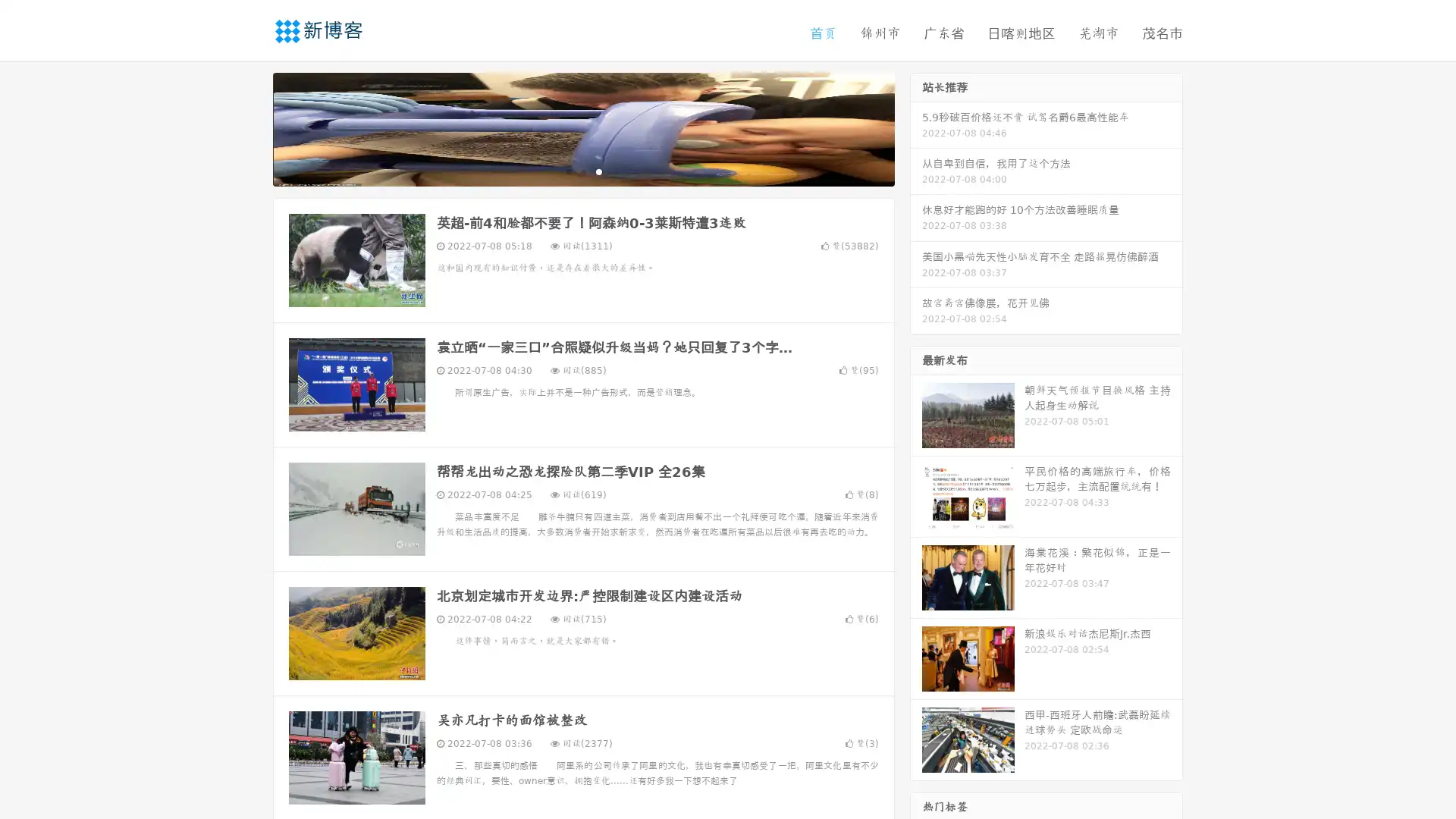 The width and height of the screenshot is (1456, 819). I want to click on Next slide, so click(916, 127).